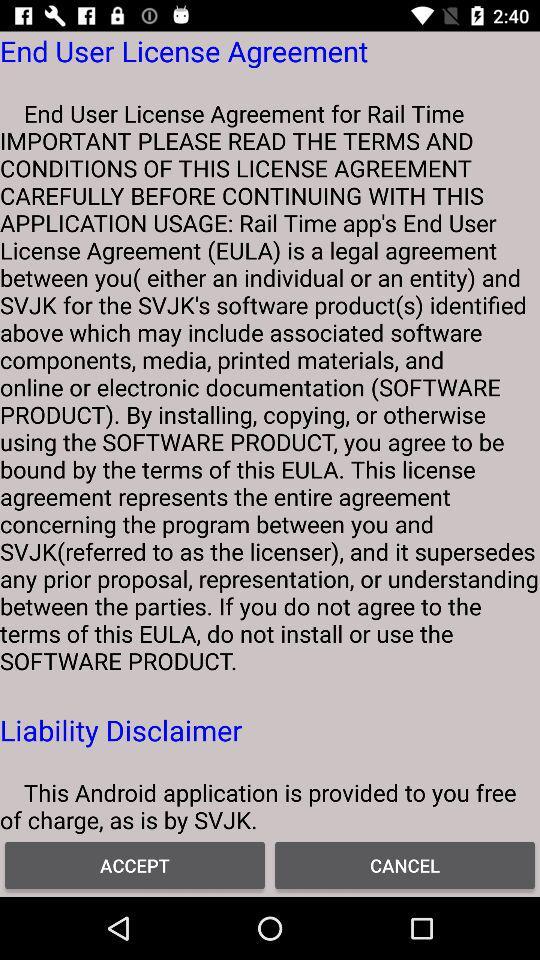  What do you see at coordinates (405, 864) in the screenshot?
I see `the icon below this android application app` at bounding box center [405, 864].